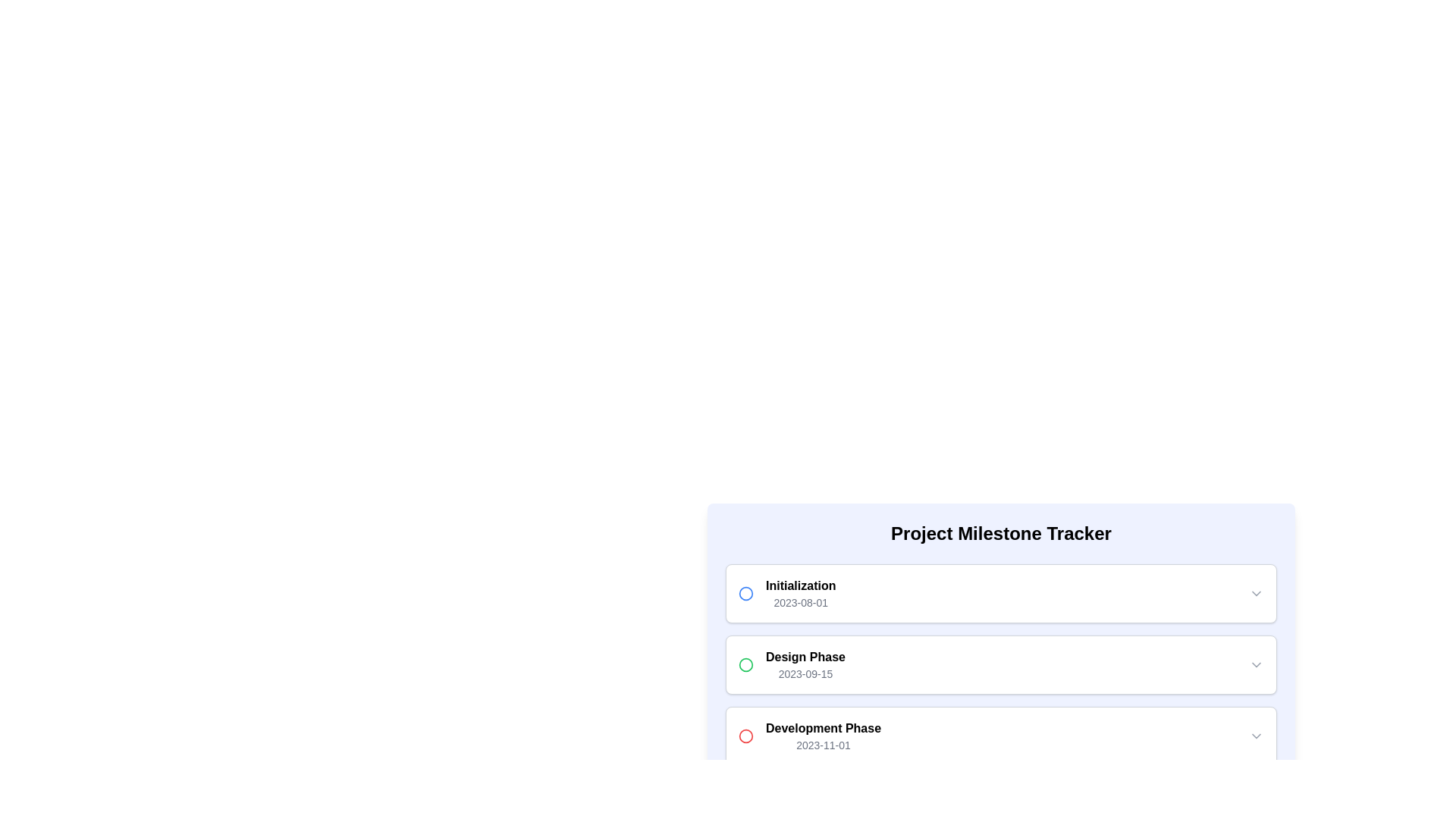 This screenshot has width=1456, height=819. What do you see at coordinates (800, 585) in the screenshot?
I see `the 'Initialization' text label displayed in bold at the top of the milestones box for potential interactions` at bounding box center [800, 585].